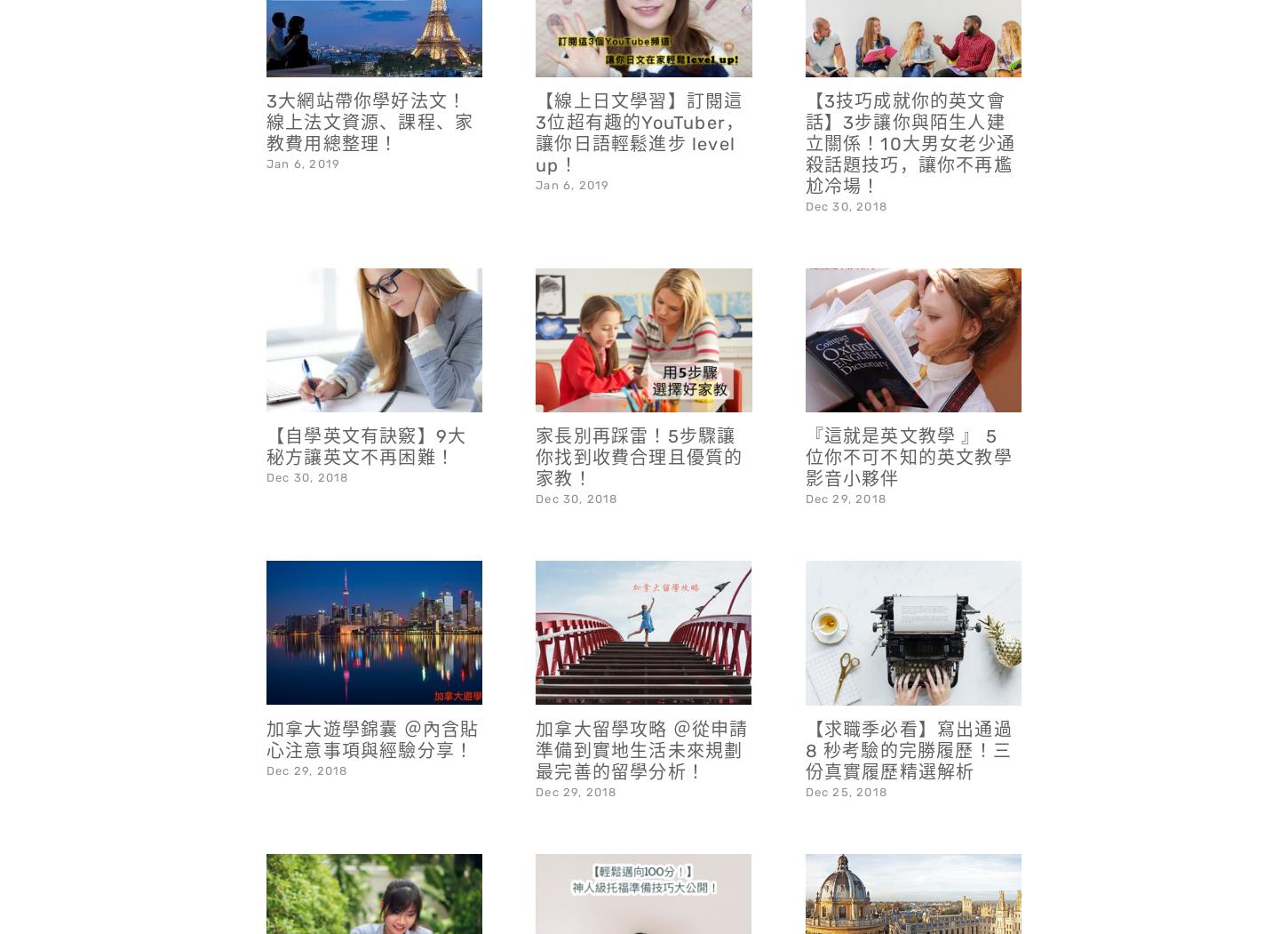 The image size is (1288, 934). I want to click on '『這就是英文教學 』 5 位你不可不知的英文教學影音小夥伴', so click(908, 410).